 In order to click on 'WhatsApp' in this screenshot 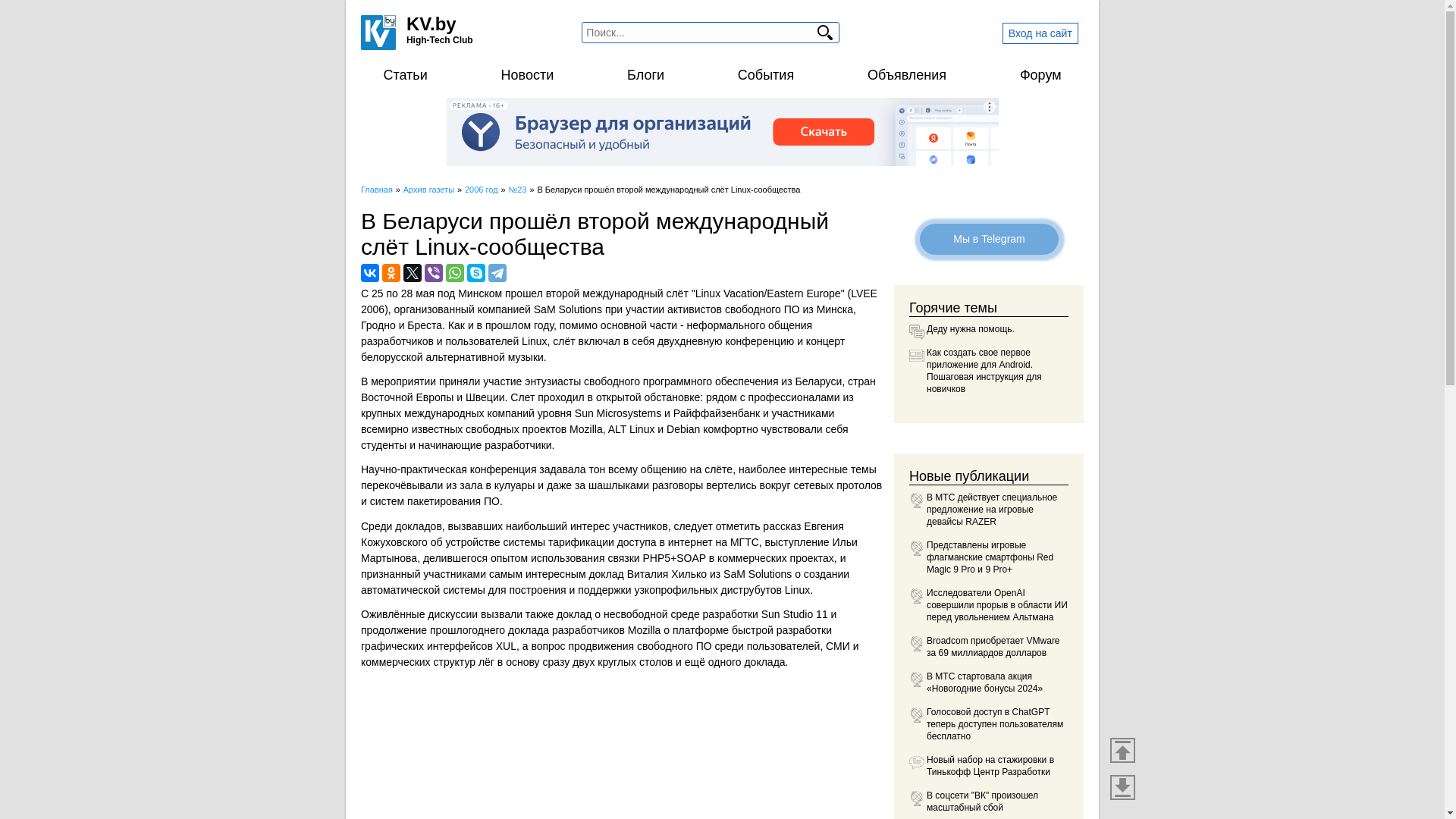, I will do `click(454, 271)`.